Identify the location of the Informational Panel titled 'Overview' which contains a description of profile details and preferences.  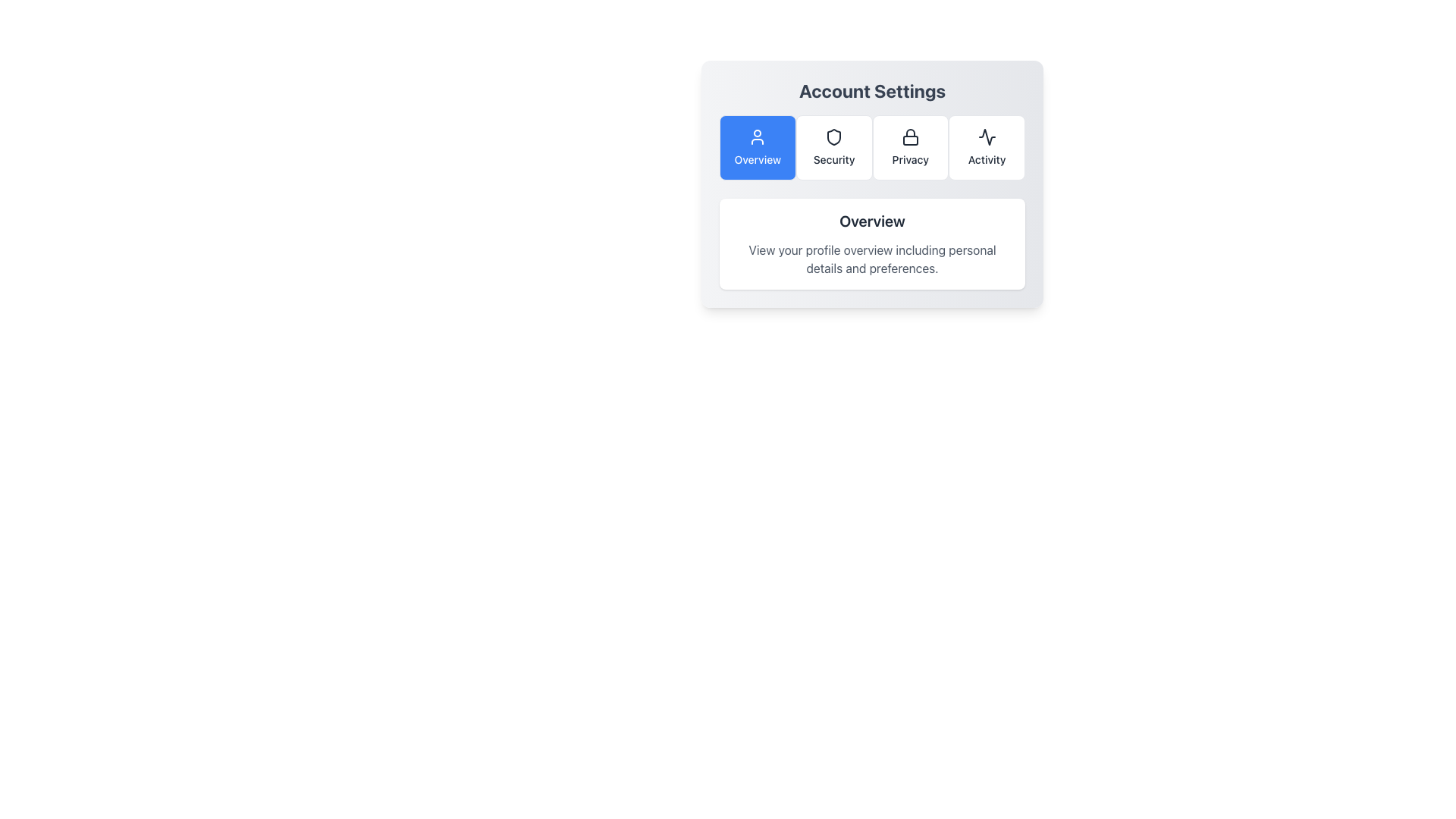
(872, 243).